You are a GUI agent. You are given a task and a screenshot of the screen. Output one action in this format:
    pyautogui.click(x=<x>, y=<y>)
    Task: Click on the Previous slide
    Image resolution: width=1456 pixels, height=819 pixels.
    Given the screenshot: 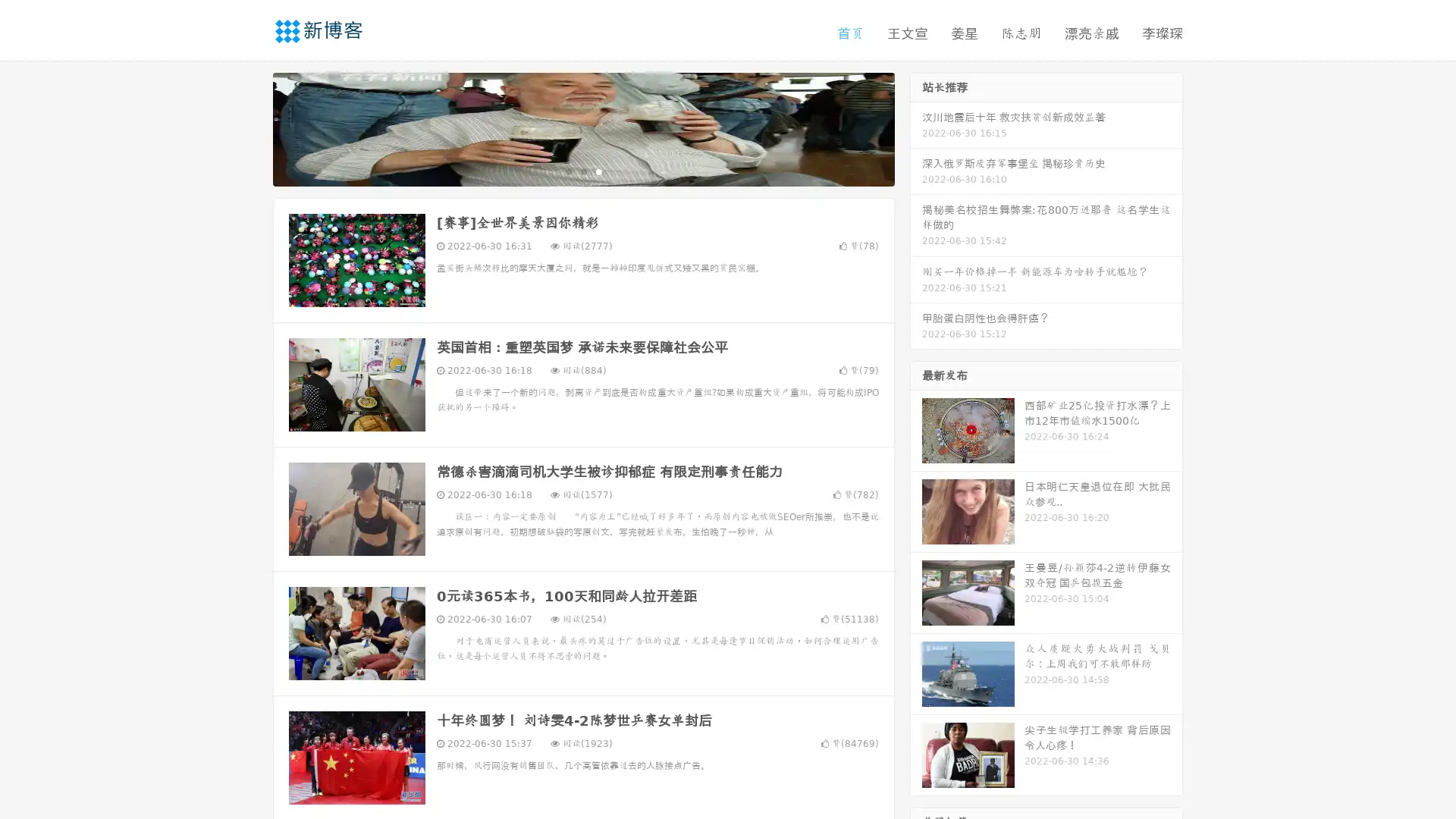 What is the action you would take?
    pyautogui.click(x=250, y=127)
    